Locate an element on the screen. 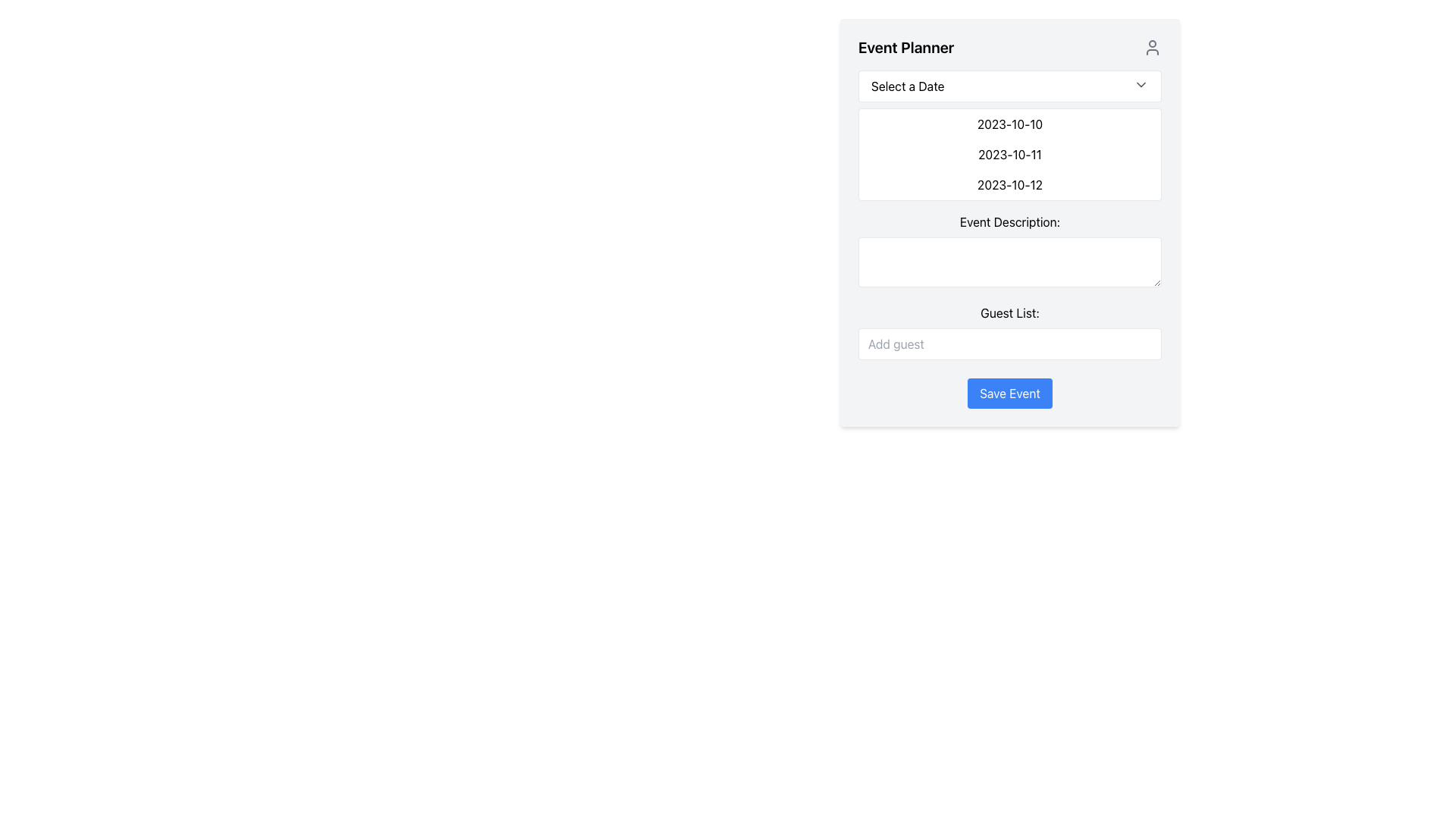 The image size is (1456, 819). the dropdown selection list containing the dates '2023-10-10', '2023-10-11', and '2023-10-12' is located at coordinates (1009, 155).